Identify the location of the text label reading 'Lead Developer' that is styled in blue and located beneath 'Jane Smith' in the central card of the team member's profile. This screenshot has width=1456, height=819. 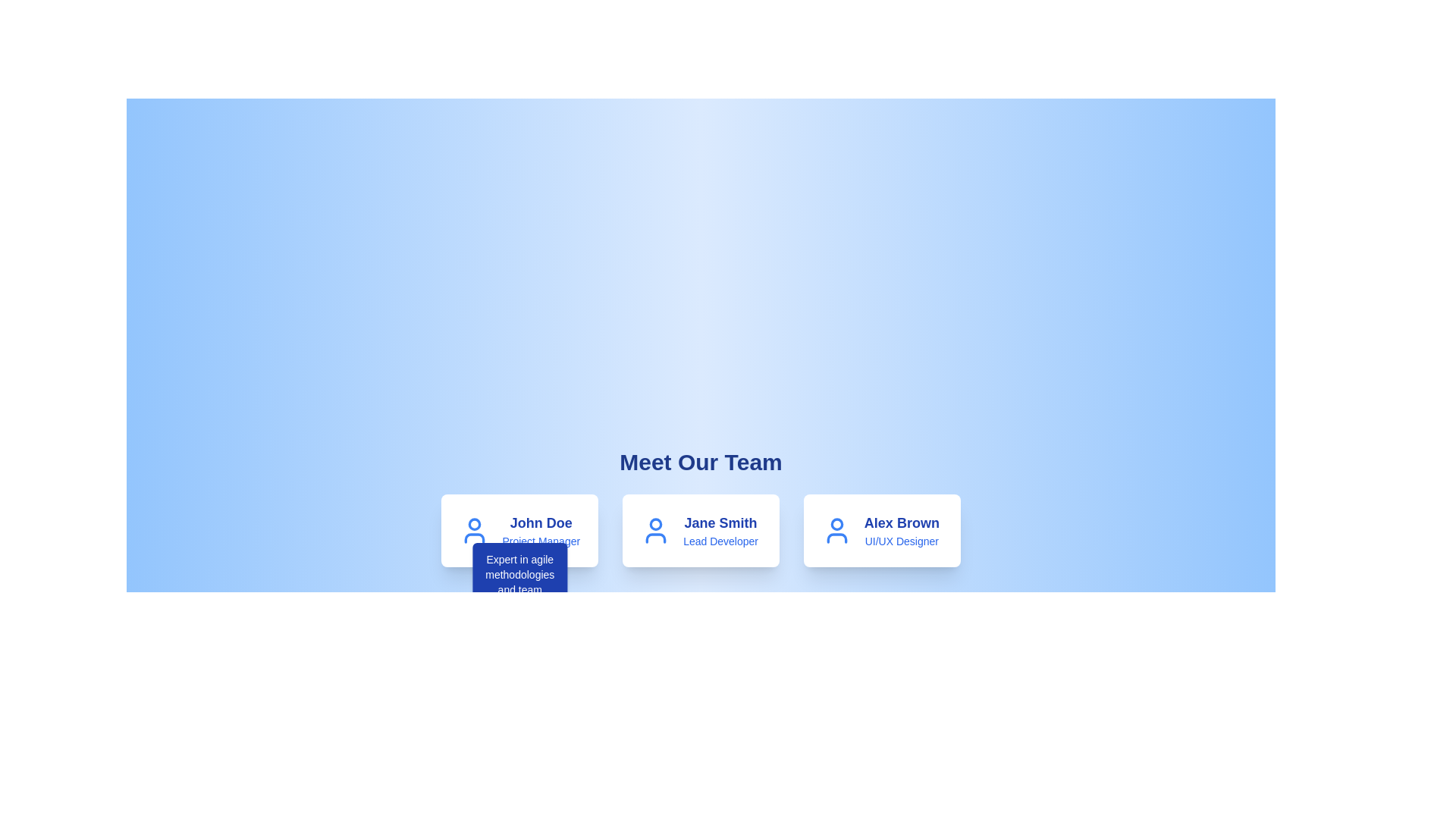
(720, 540).